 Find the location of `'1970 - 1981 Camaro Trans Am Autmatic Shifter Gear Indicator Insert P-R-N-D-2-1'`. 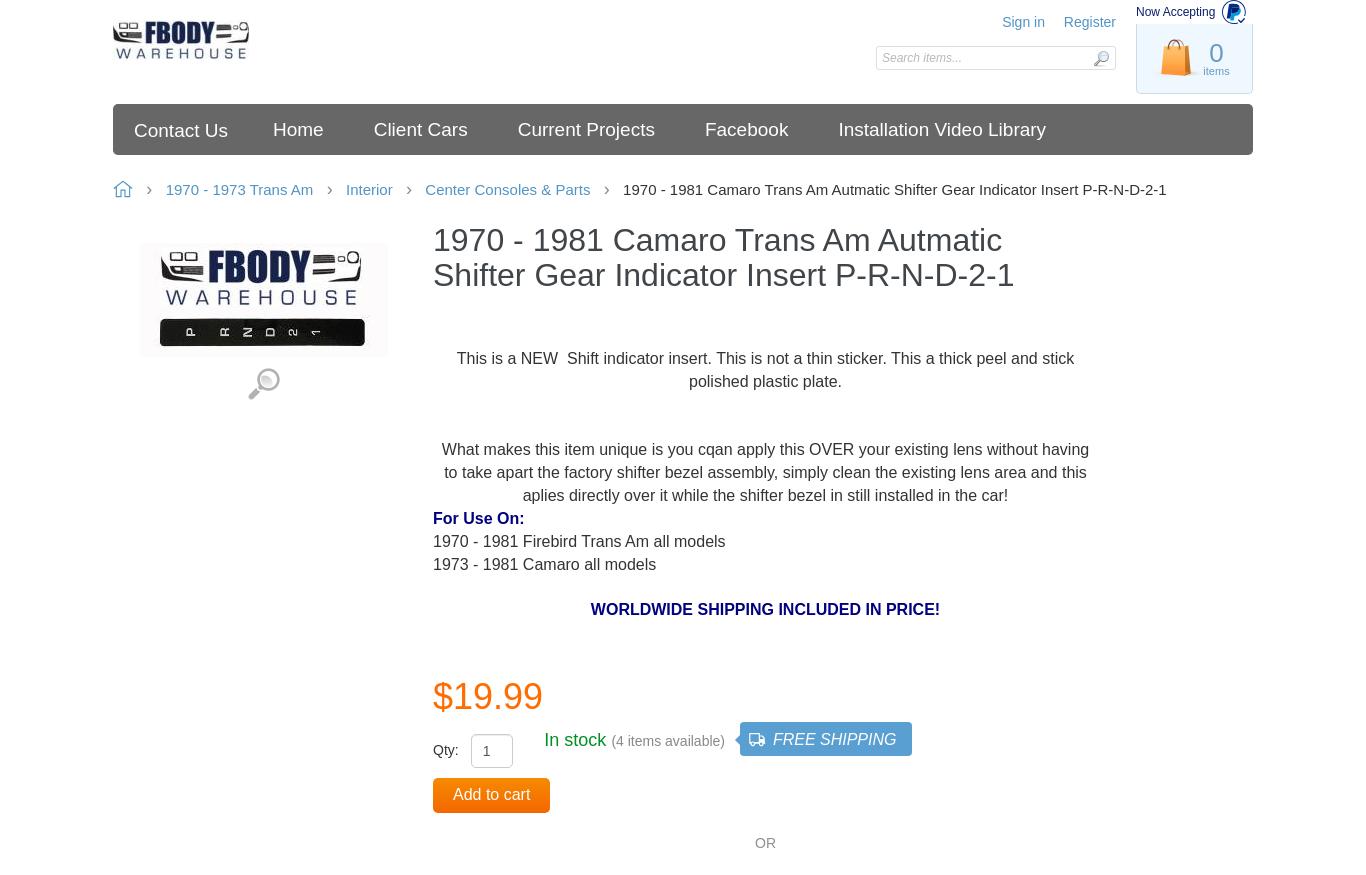

'1970 - 1981 Camaro Trans Am Autmatic Shifter Gear Indicator Insert P-R-N-D-2-1' is located at coordinates (893, 189).